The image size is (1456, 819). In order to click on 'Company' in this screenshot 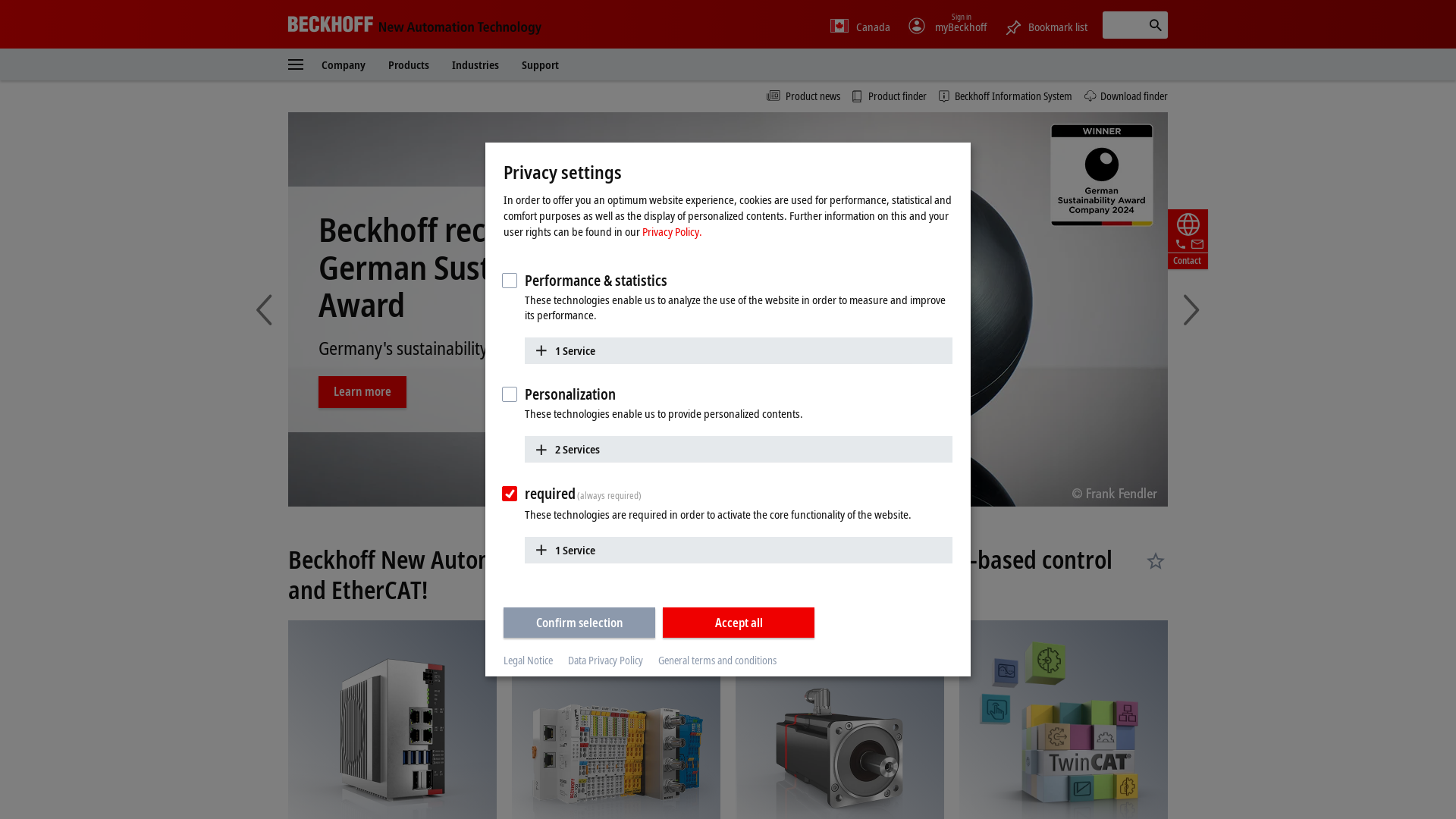, I will do `click(320, 63)`.